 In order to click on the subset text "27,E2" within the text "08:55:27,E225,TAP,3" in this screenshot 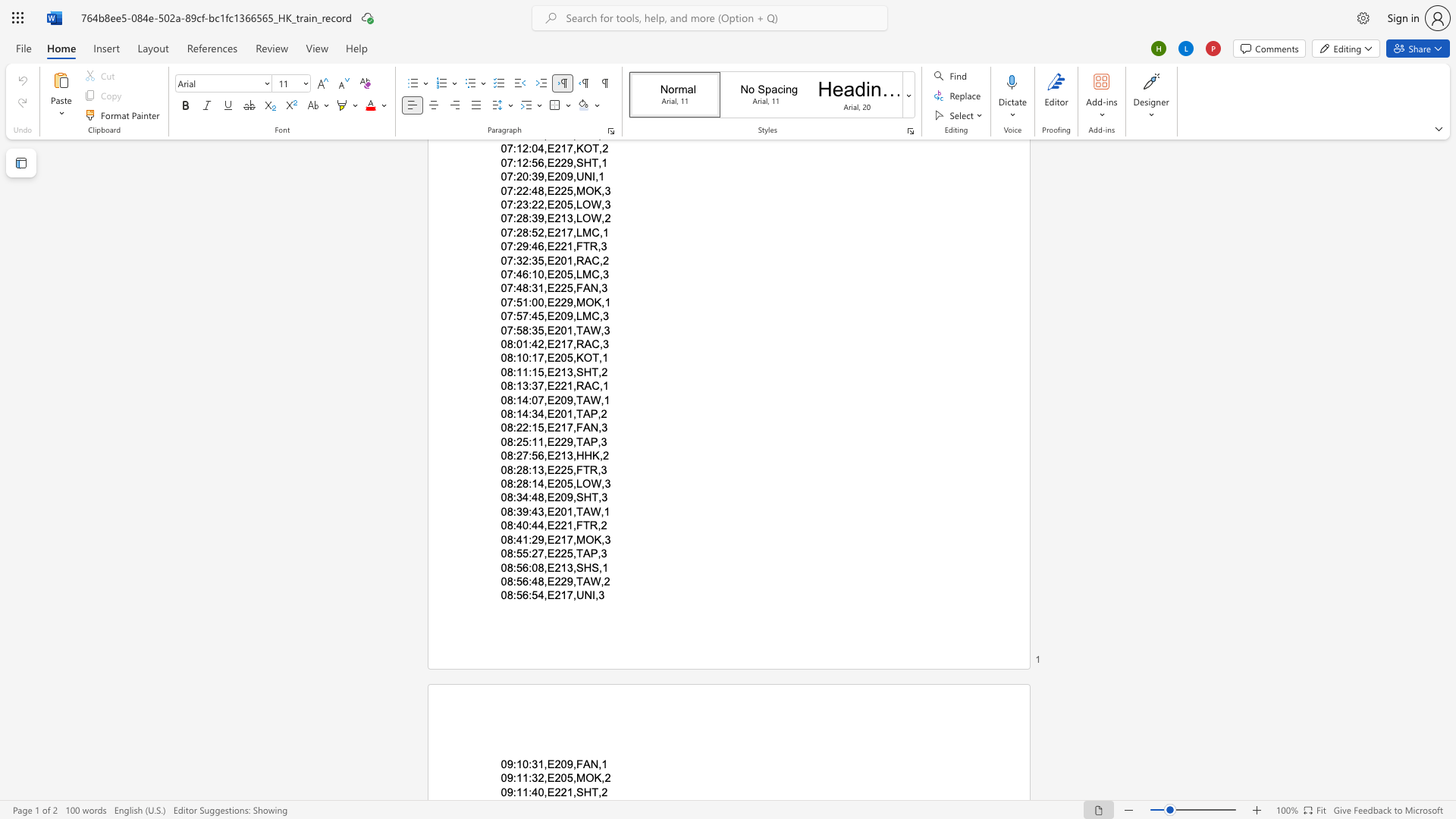, I will do `click(532, 554)`.